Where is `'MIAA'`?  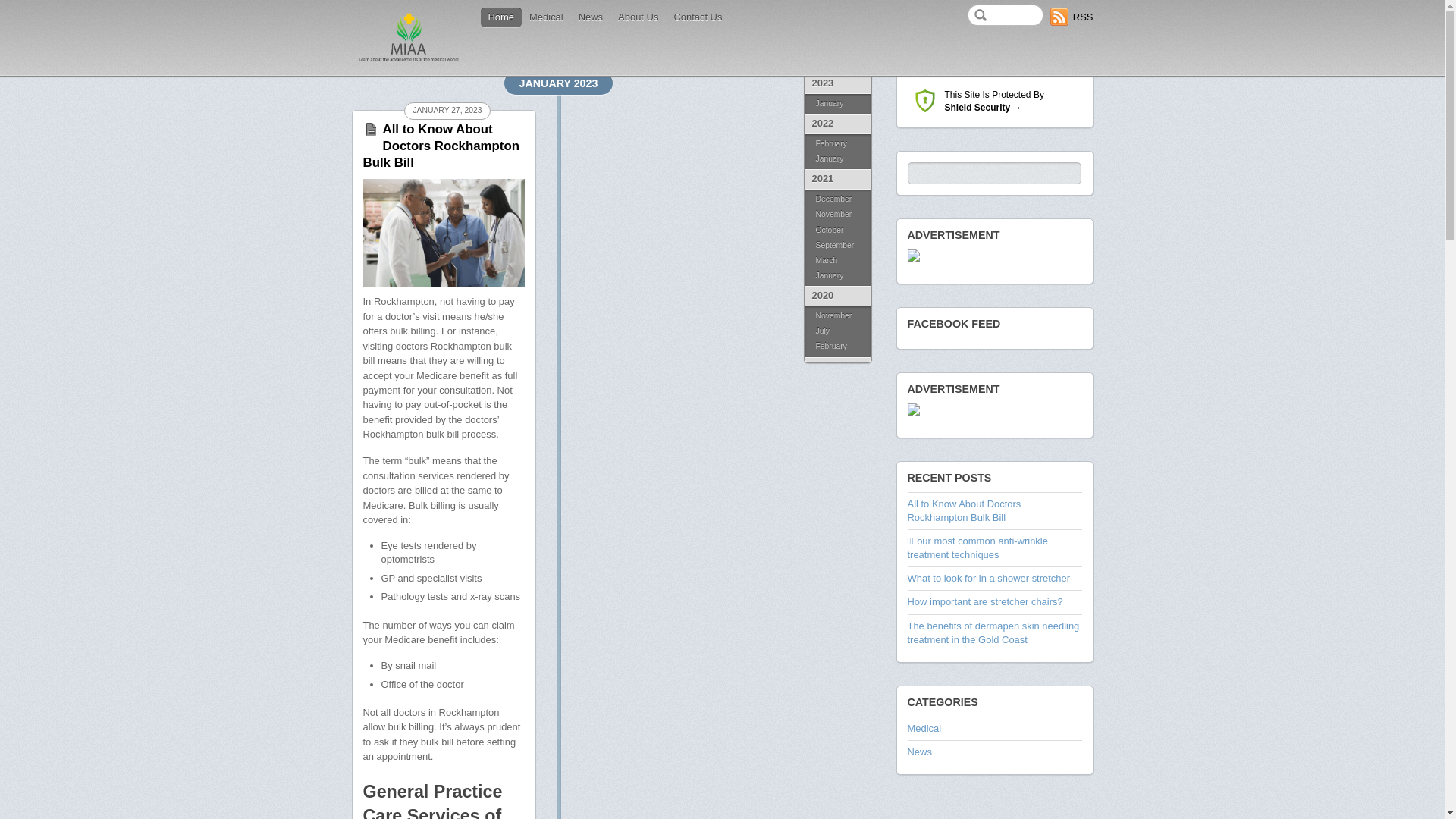 'MIAA' is located at coordinates (408, 61).